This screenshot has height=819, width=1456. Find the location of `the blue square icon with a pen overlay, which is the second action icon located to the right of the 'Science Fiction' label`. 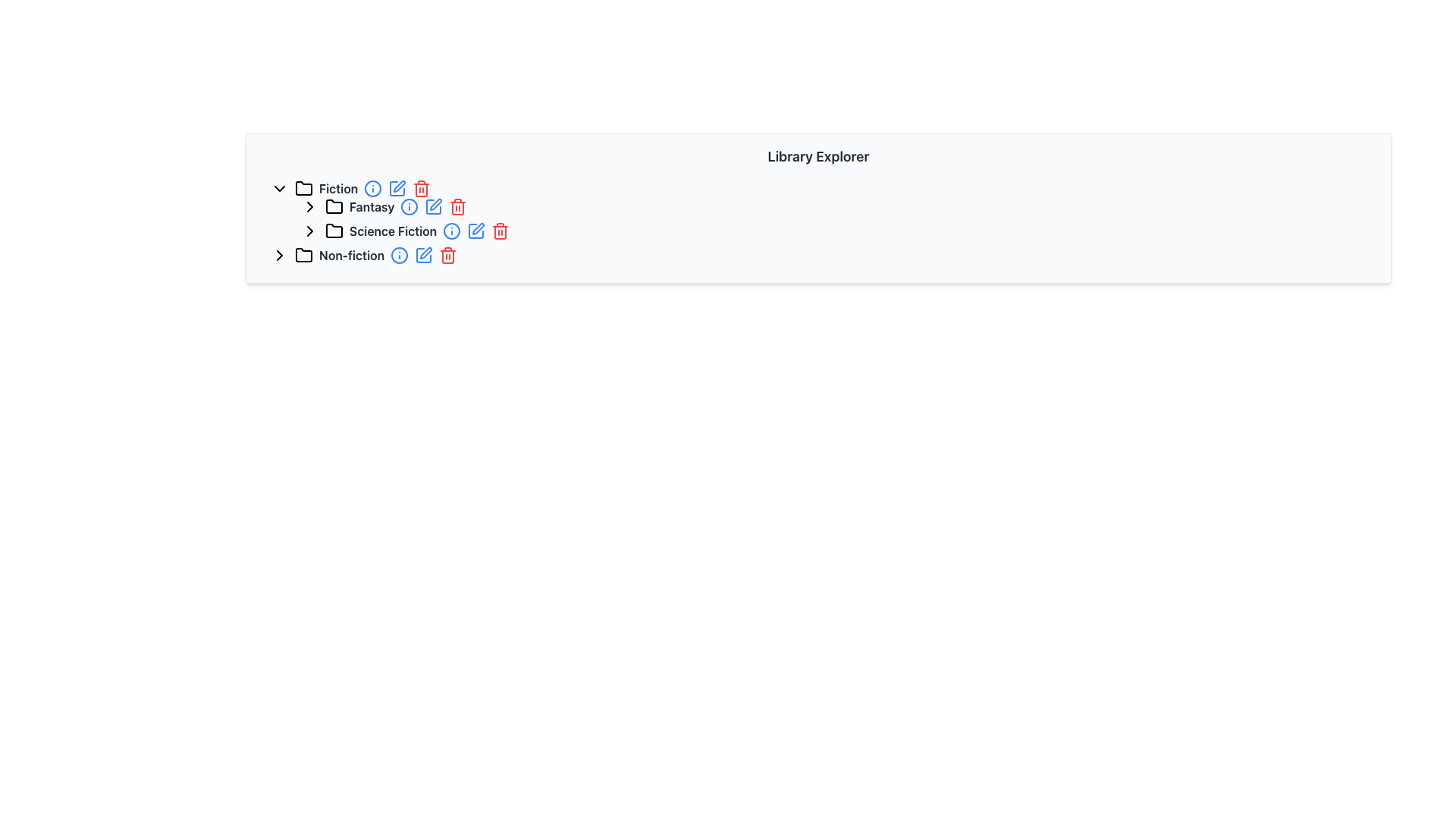

the blue square icon with a pen overlay, which is the second action icon located to the right of the 'Science Fiction' label is located at coordinates (475, 231).